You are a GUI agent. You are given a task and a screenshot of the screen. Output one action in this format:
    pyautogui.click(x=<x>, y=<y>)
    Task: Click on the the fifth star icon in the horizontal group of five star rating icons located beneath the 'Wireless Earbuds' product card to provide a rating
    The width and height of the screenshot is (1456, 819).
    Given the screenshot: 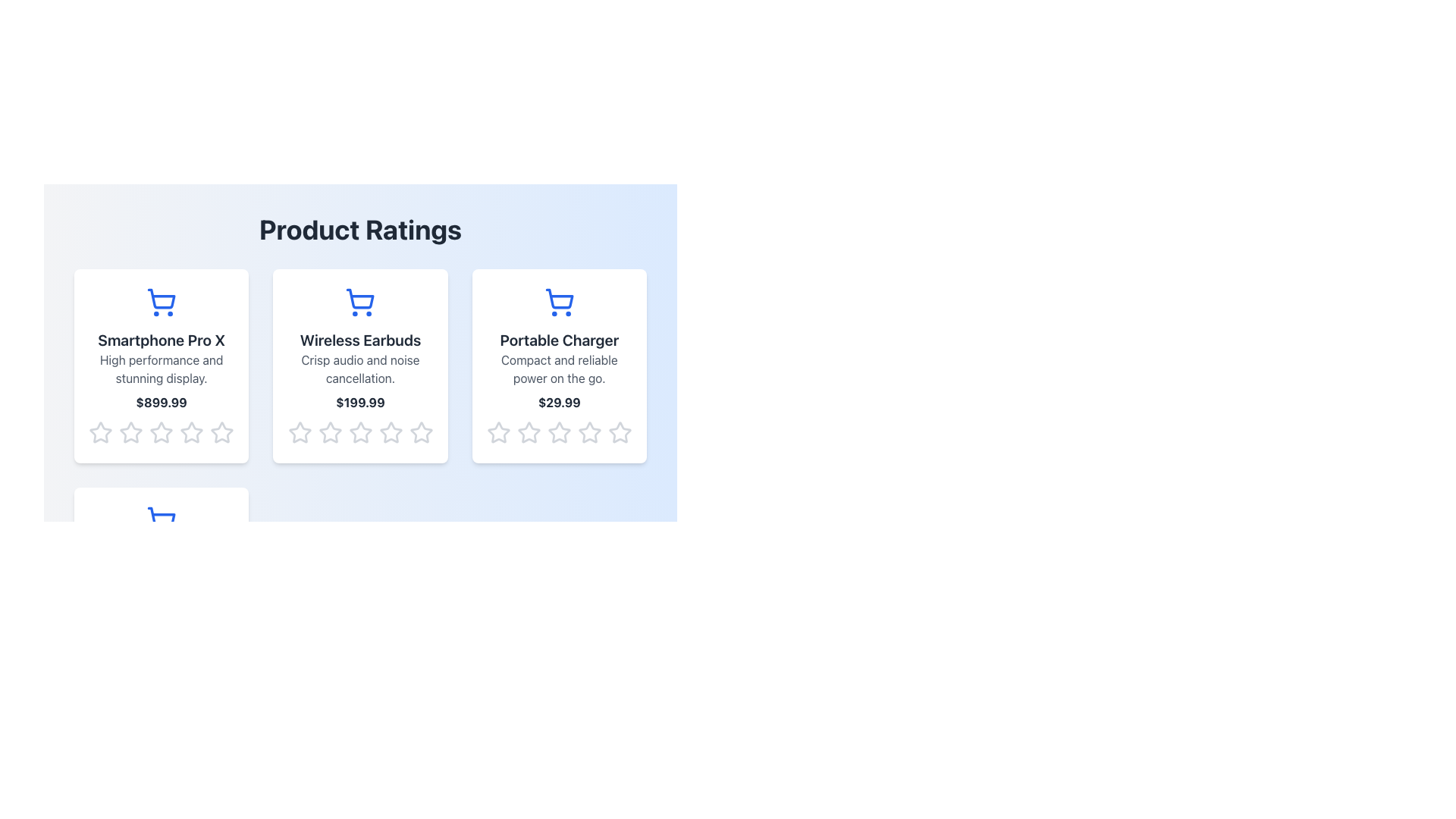 What is the action you would take?
    pyautogui.click(x=421, y=432)
    